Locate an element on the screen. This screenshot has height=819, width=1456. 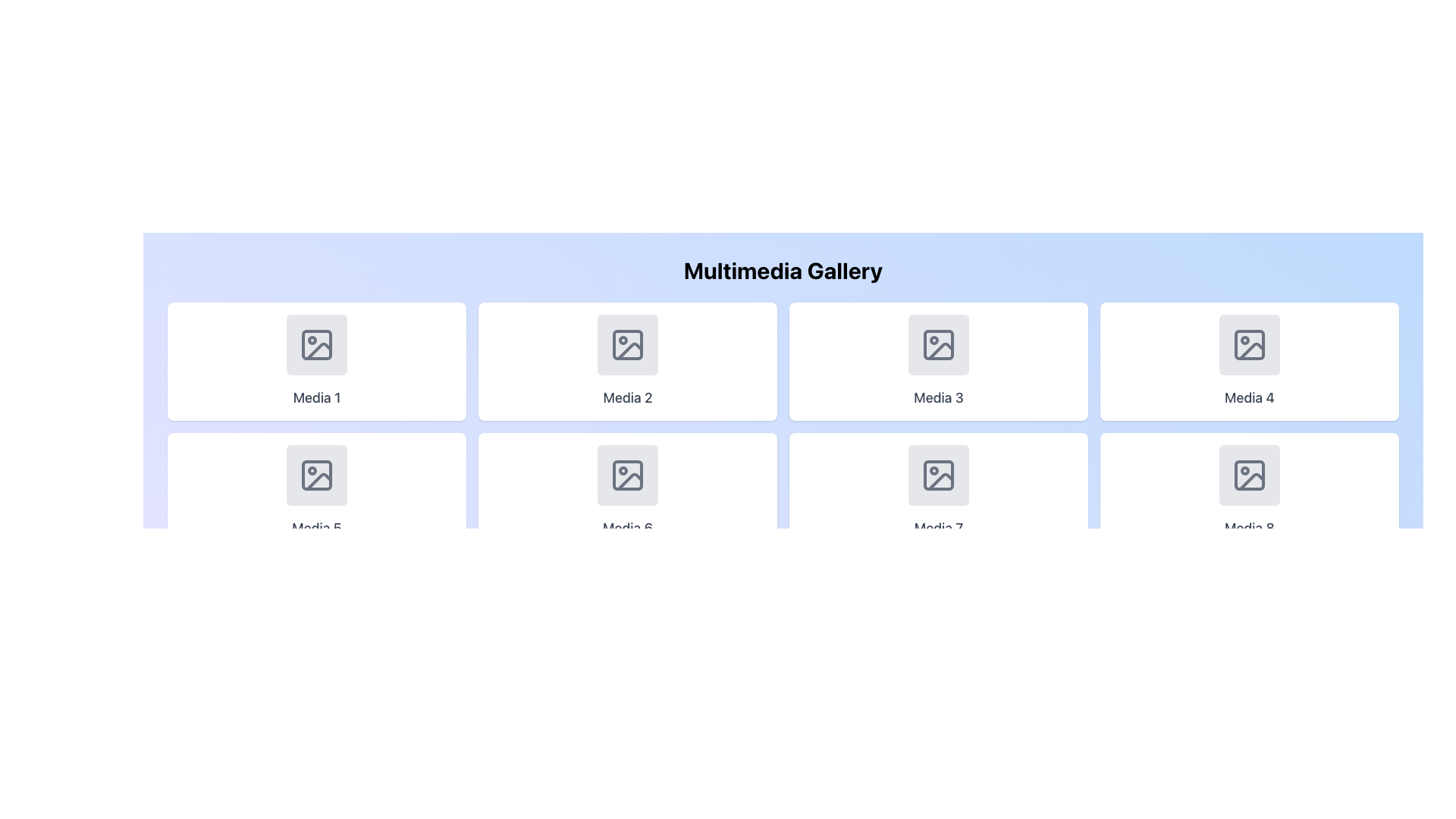
the icon in the sixth tile of the 'Multimedia Gallery' is located at coordinates (628, 475).